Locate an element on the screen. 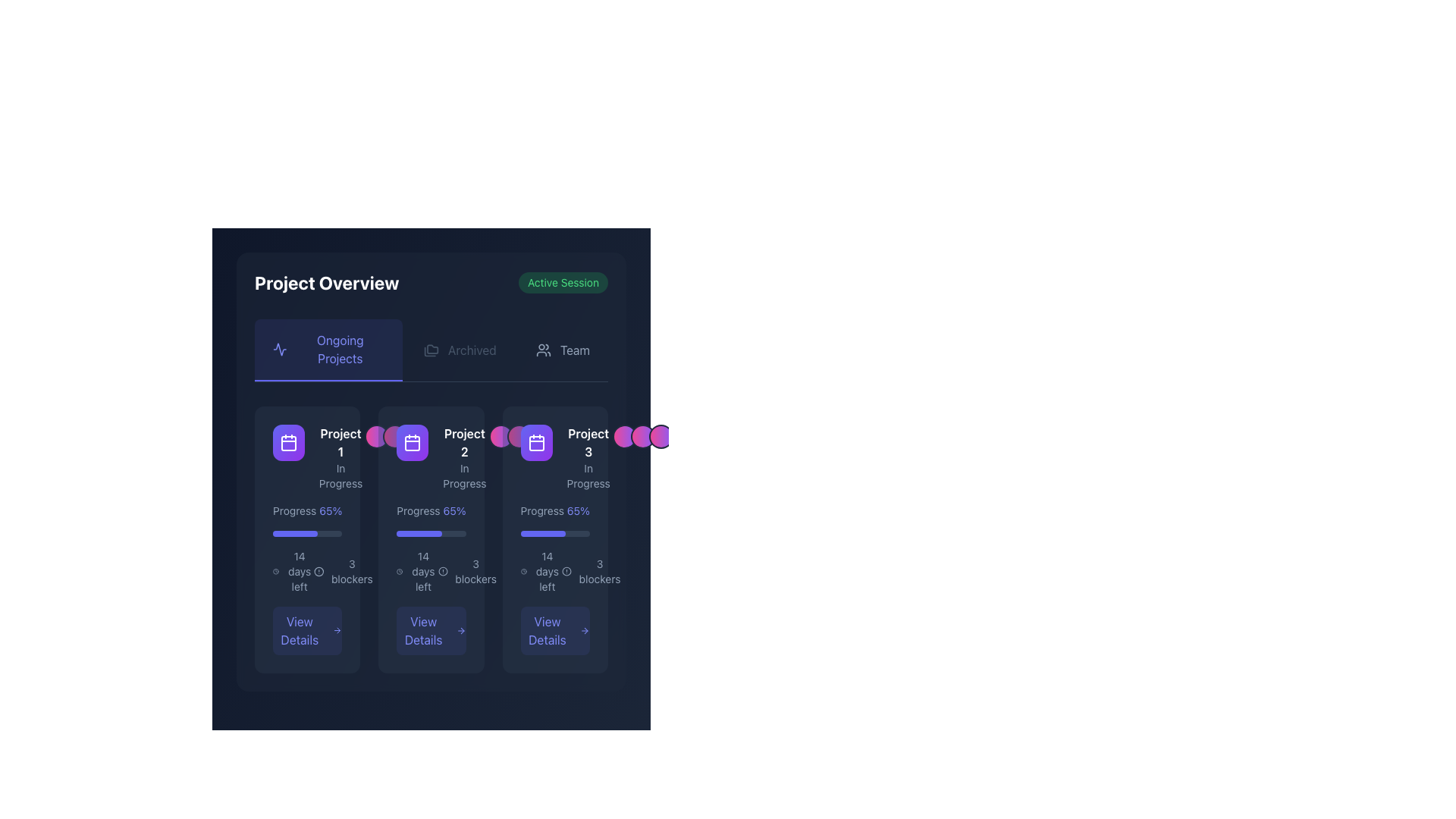 This screenshot has width=1456, height=819. the informational label displaying '3 blockers' with a warning icon, located in the Ongoing Projects section below the 'Progress 65%' indicator is located at coordinates (343, 571).